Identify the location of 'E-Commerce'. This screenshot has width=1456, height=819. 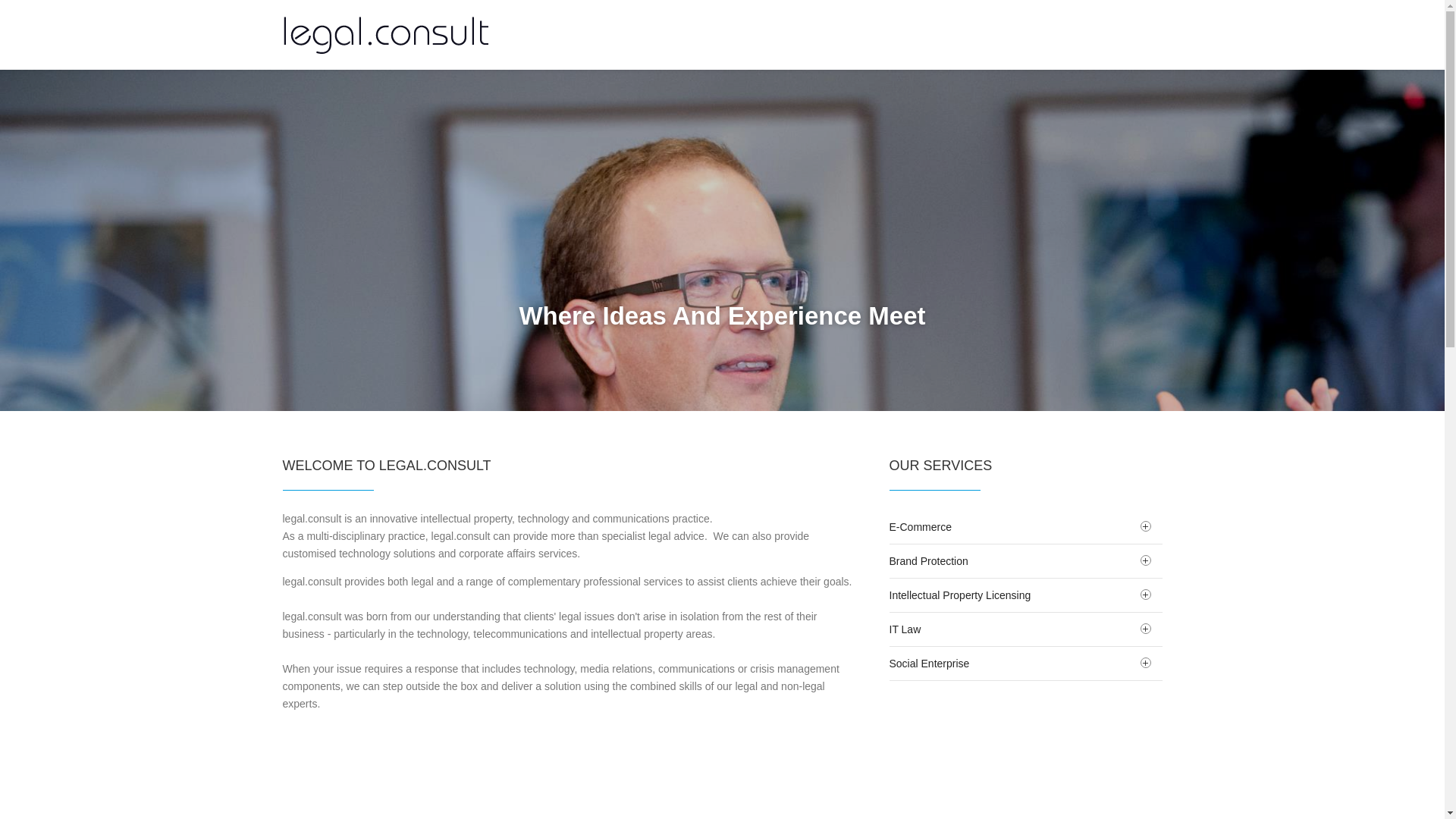
(1025, 526).